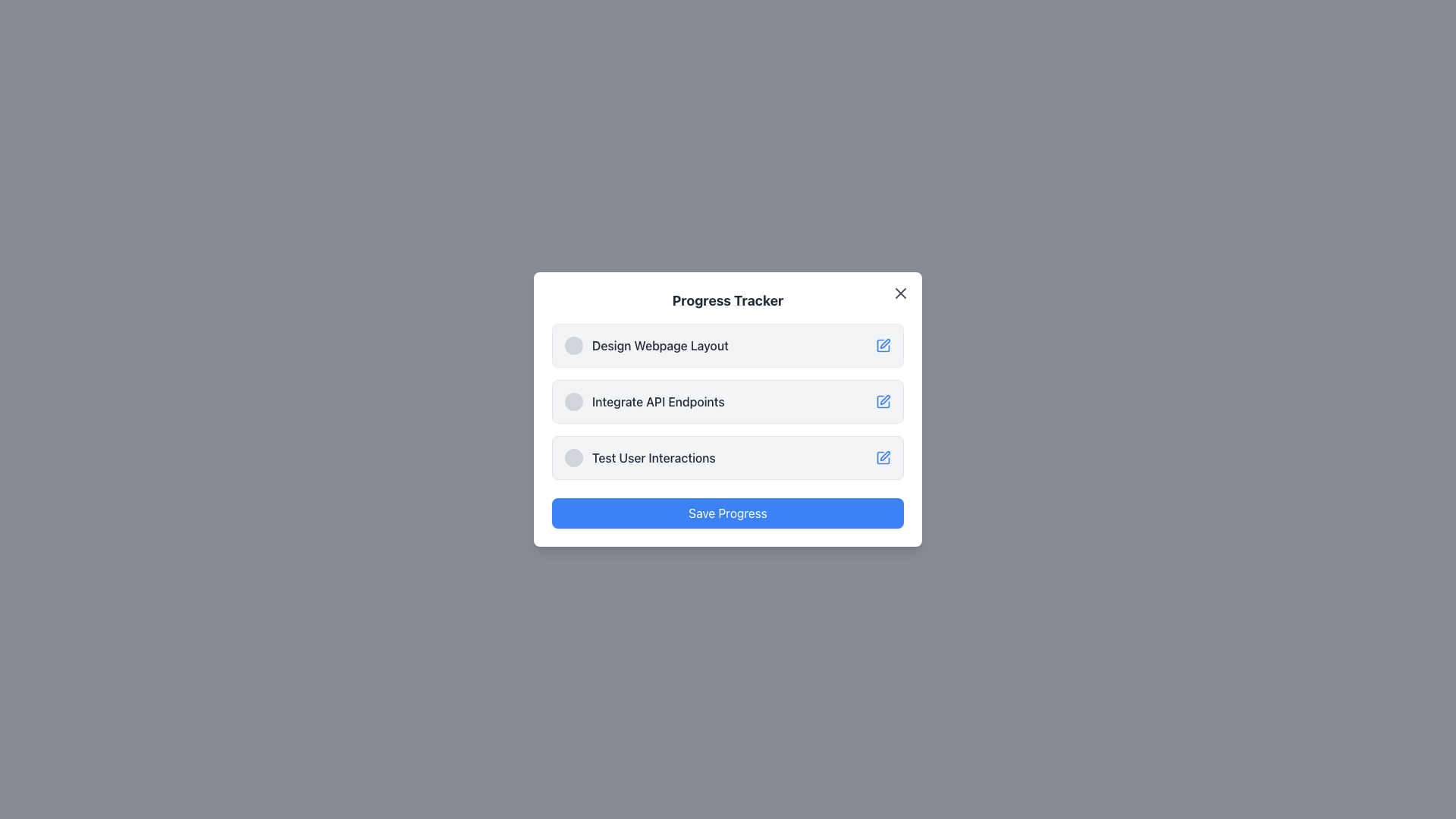  What do you see at coordinates (901, 293) in the screenshot?
I see `the close button located at the top-right corner of the modal dialog` at bounding box center [901, 293].